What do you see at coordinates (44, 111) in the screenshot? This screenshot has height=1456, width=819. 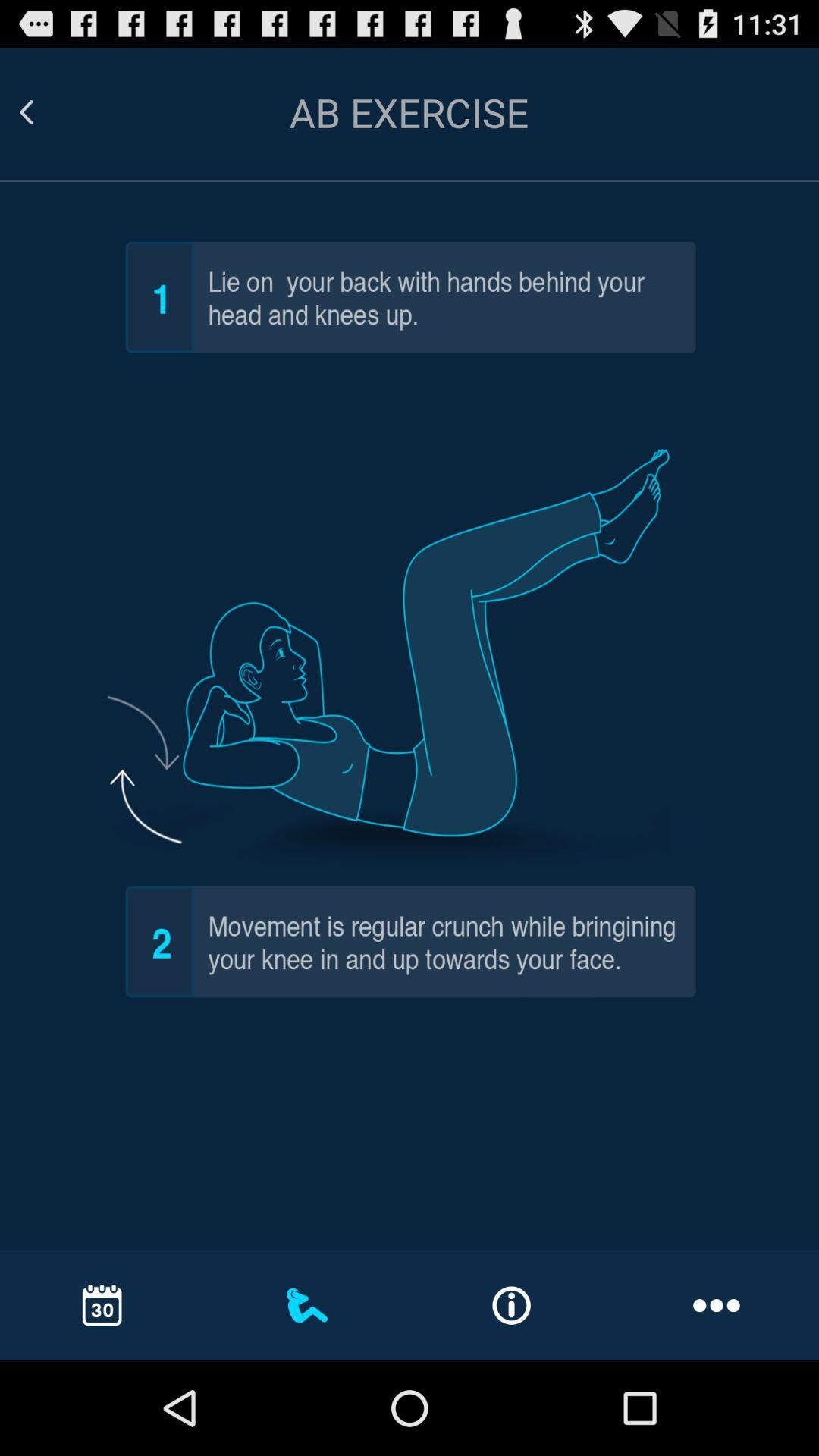 I see `previous` at bounding box center [44, 111].